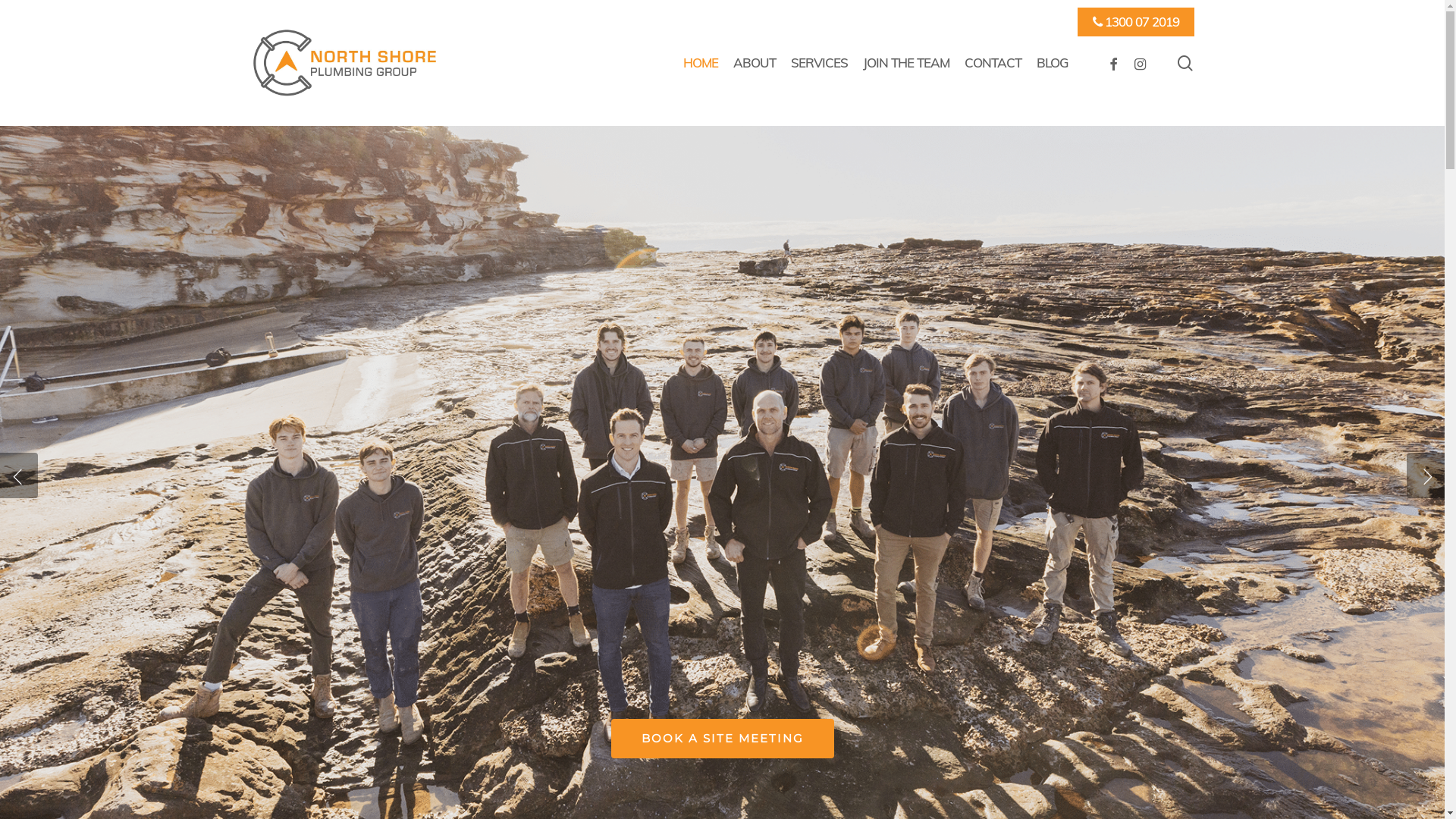  Describe the element at coordinates (699, 62) in the screenshot. I see `'HOME'` at that location.